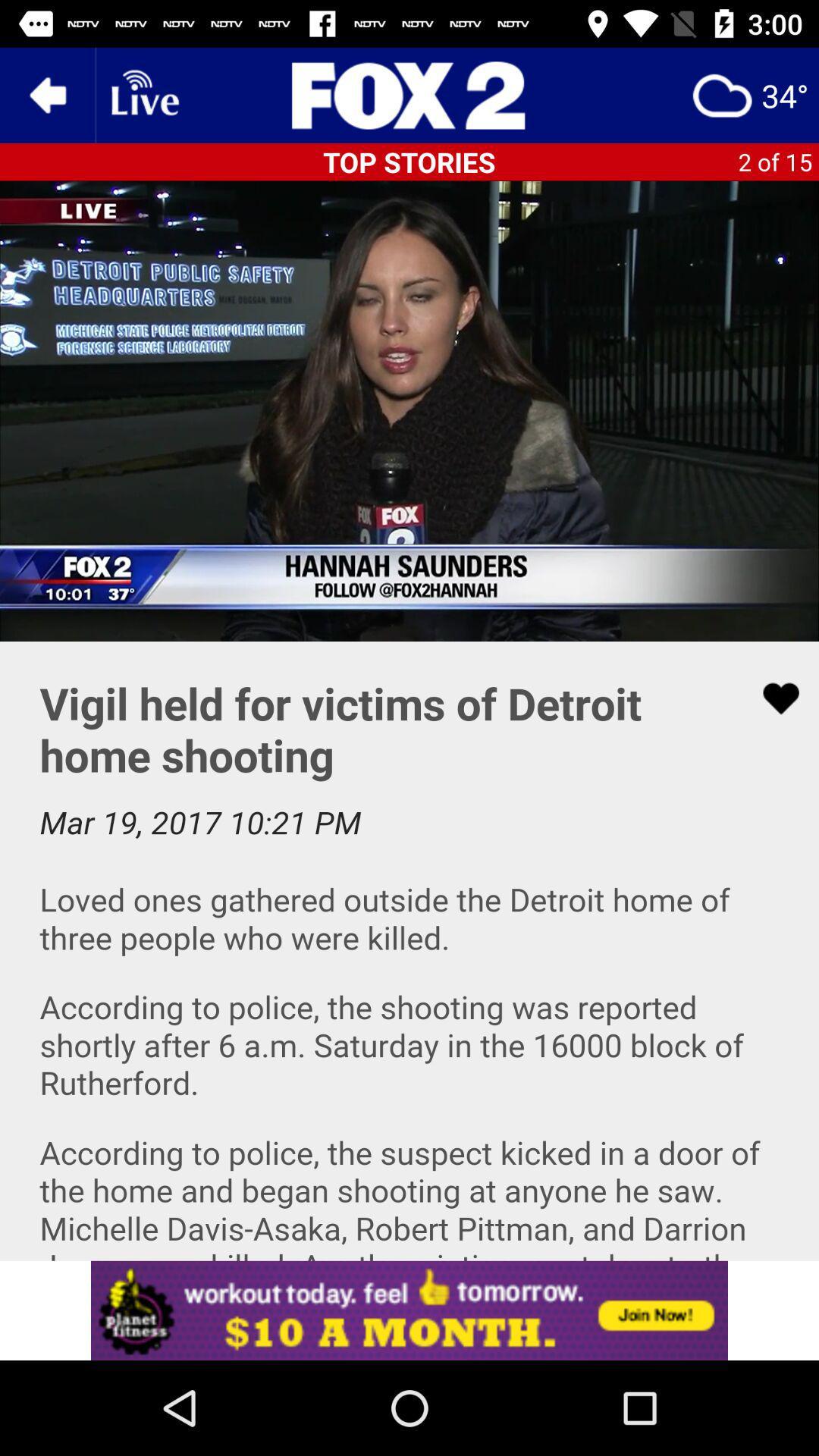 The height and width of the screenshot is (1456, 819). What do you see at coordinates (409, 94) in the screenshot?
I see `headline` at bounding box center [409, 94].